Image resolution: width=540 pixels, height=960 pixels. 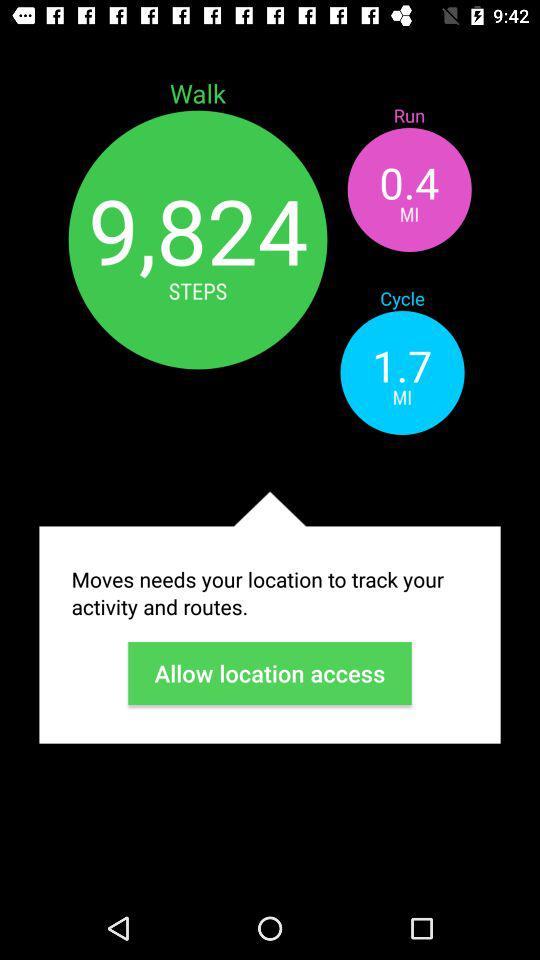 I want to click on the allow location access icon, so click(x=270, y=673).